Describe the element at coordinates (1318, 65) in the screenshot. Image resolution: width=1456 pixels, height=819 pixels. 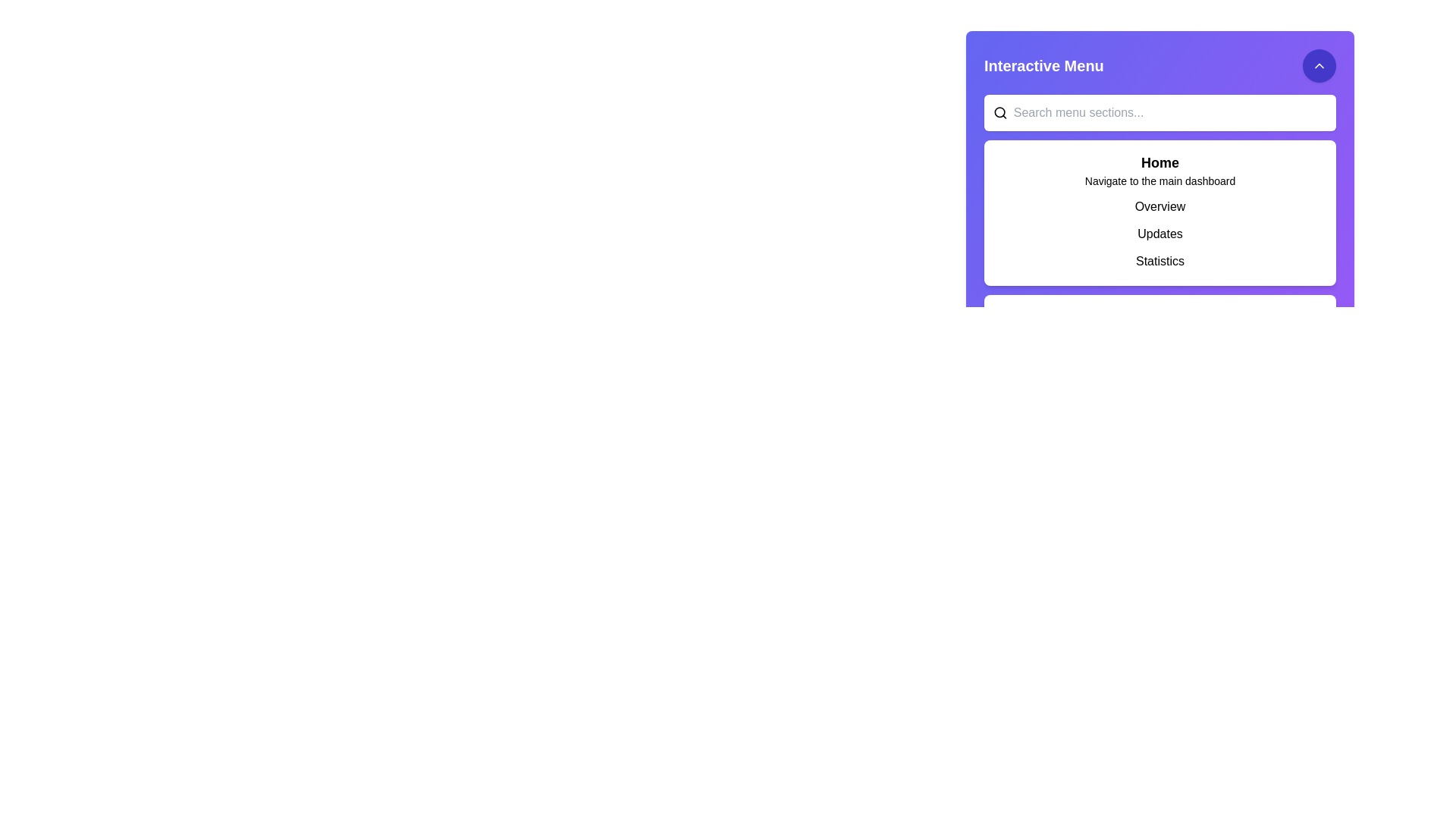
I see `the arrow icon located in the upper-right corner of the rounded purple button` at that location.